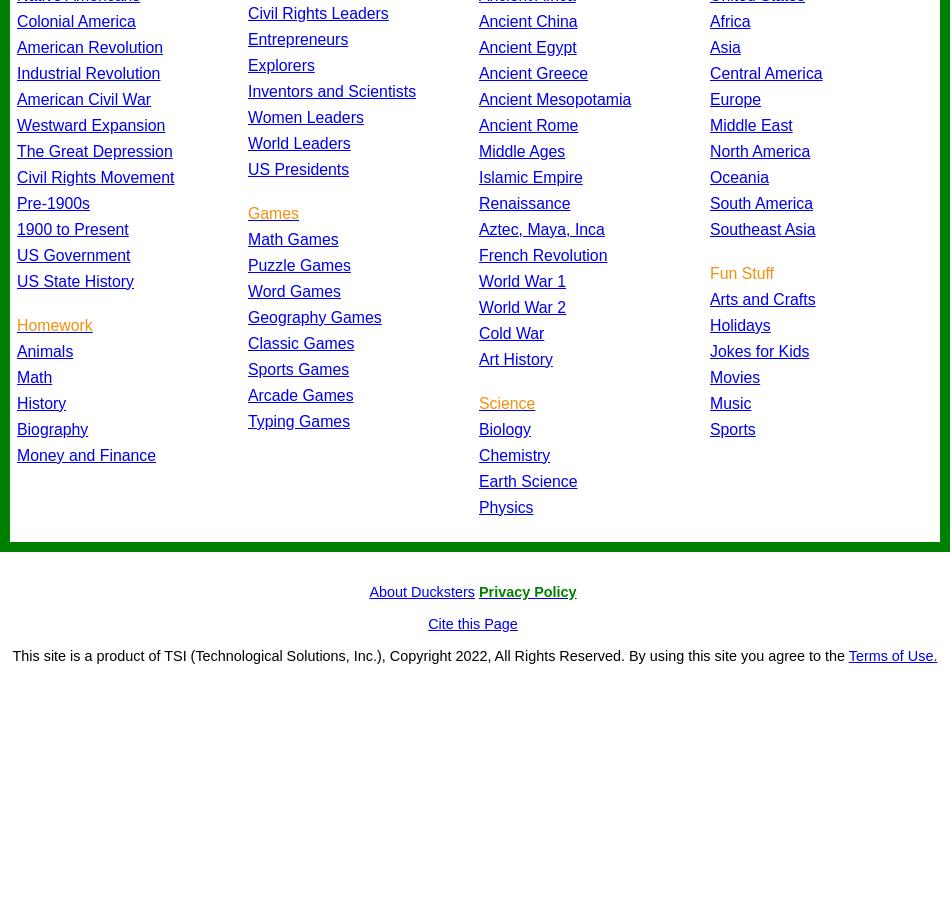 This screenshot has width=950, height=904. What do you see at coordinates (304, 115) in the screenshot?
I see `'Women Leaders'` at bounding box center [304, 115].